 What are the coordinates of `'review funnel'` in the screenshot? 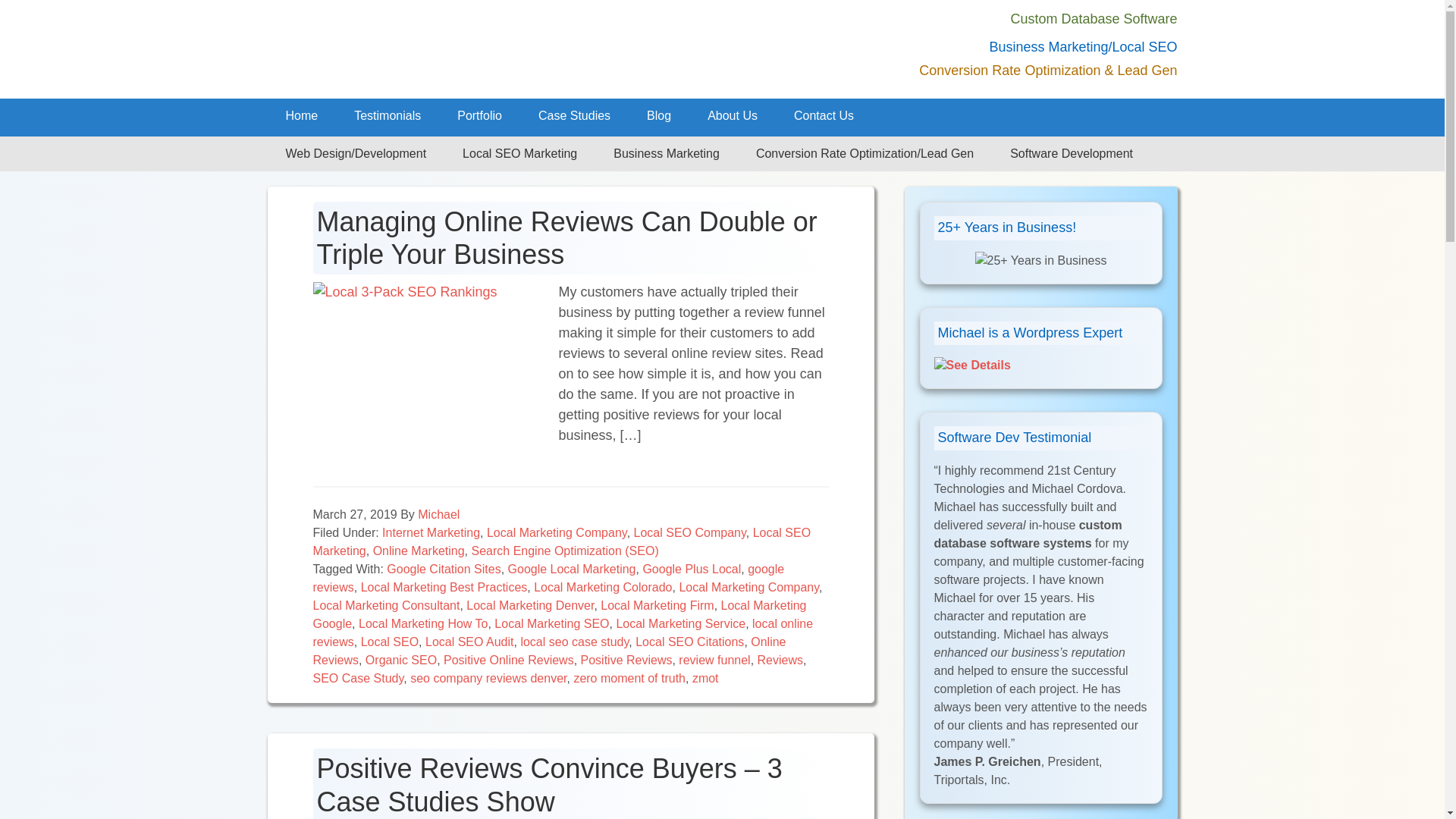 It's located at (677, 659).